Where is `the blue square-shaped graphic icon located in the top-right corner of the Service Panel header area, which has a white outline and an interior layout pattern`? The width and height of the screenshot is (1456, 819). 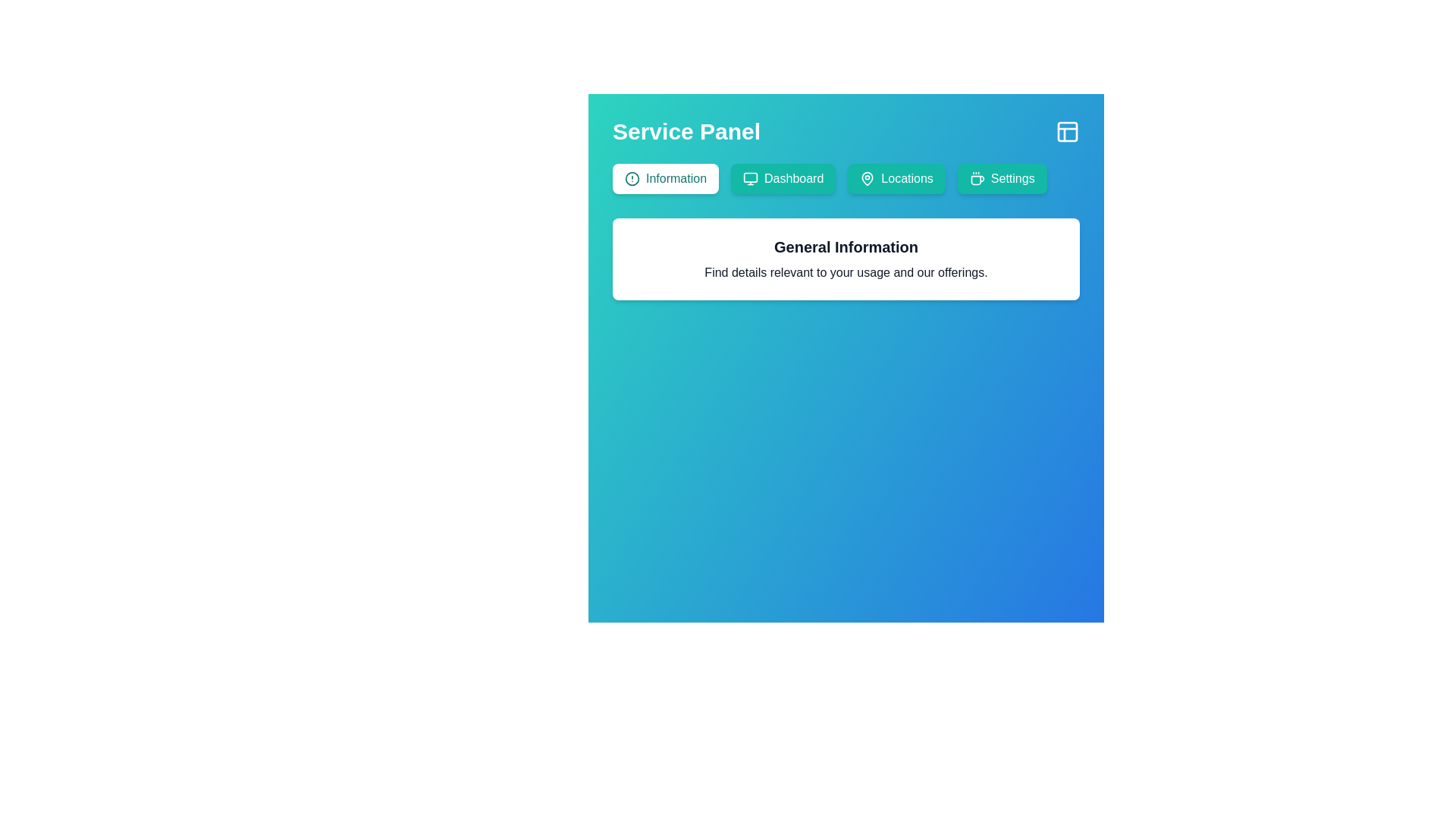 the blue square-shaped graphic icon located in the top-right corner of the Service Panel header area, which has a white outline and an interior layout pattern is located at coordinates (1066, 130).